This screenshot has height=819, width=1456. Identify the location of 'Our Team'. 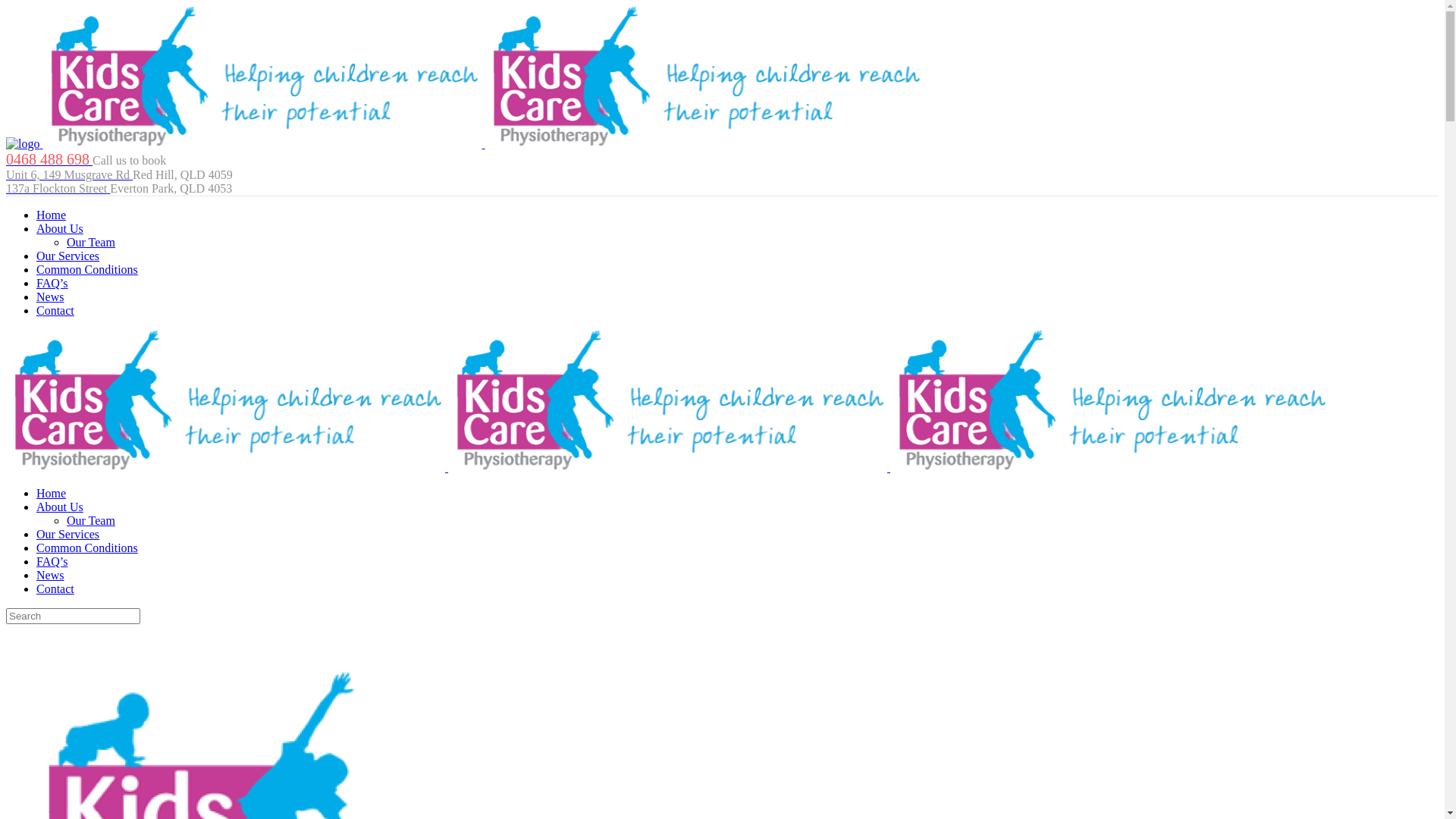
(90, 519).